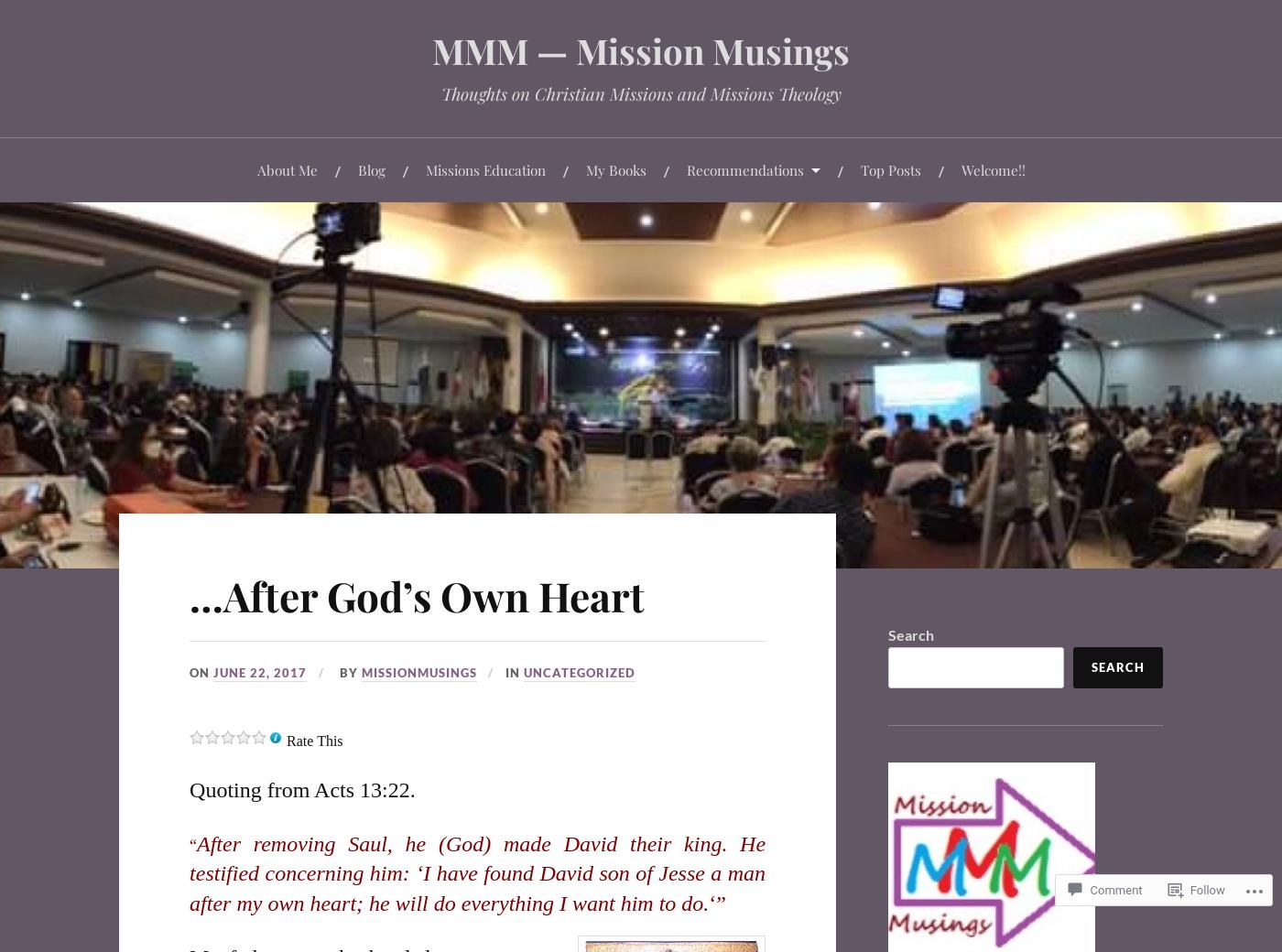 This screenshot has width=1282, height=952. What do you see at coordinates (514, 672) in the screenshot?
I see `'In'` at bounding box center [514, 672].